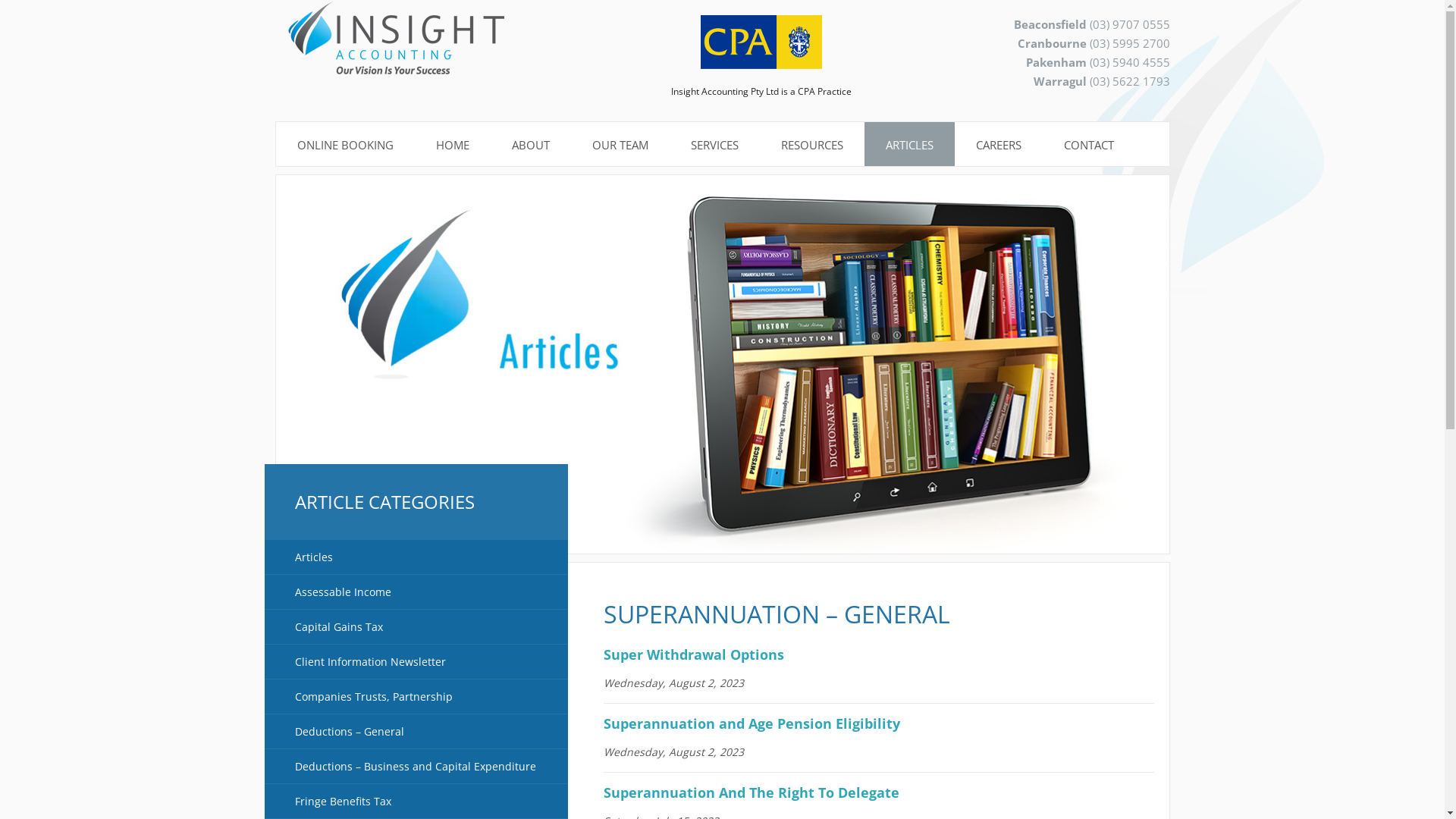  Describe the element at coordinates (811, 145) in the screenshot. I see `'RESOURCES'` at that location.